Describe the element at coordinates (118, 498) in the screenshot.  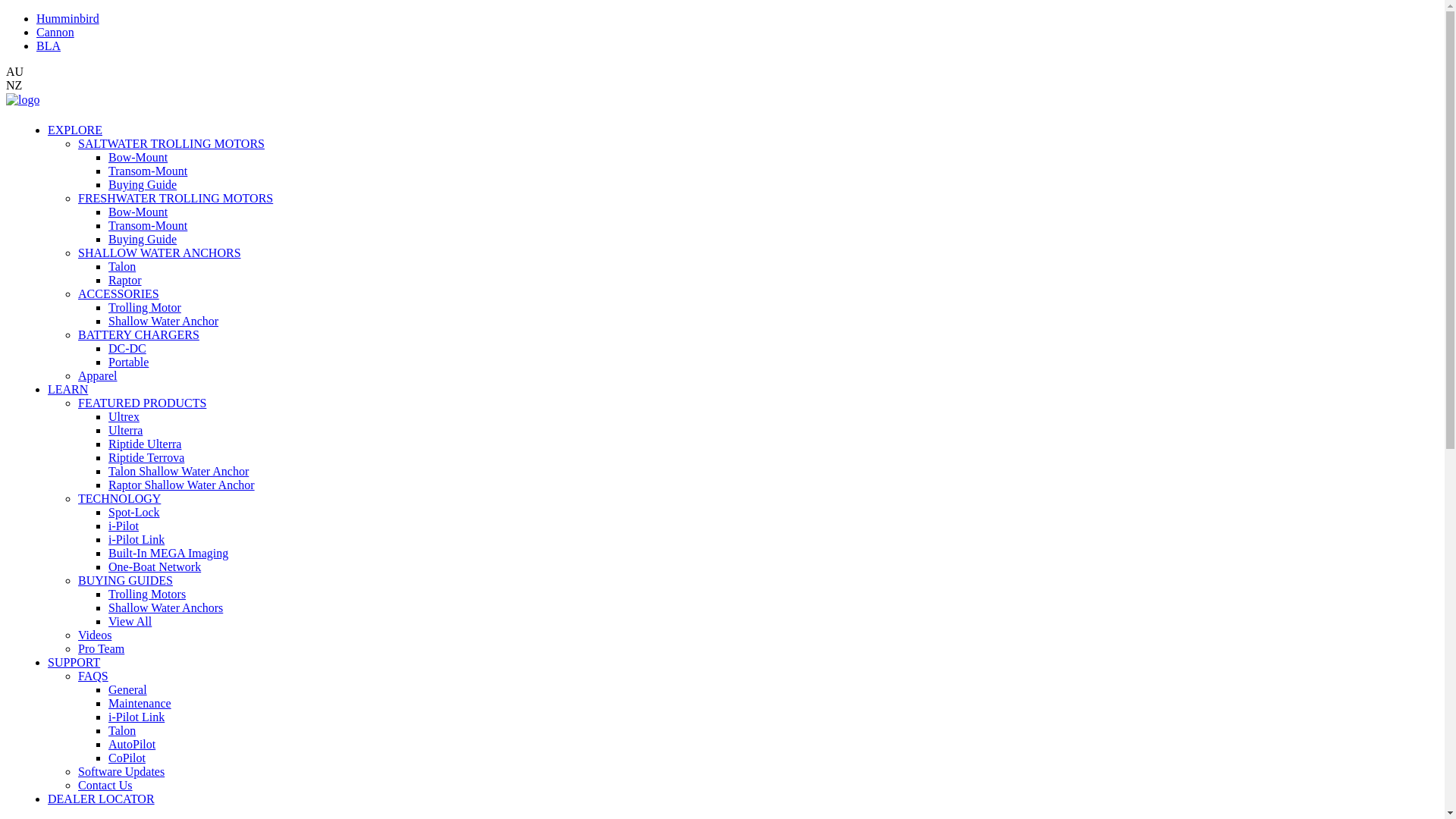
I see `'TECHNOLOGY'` at that location.